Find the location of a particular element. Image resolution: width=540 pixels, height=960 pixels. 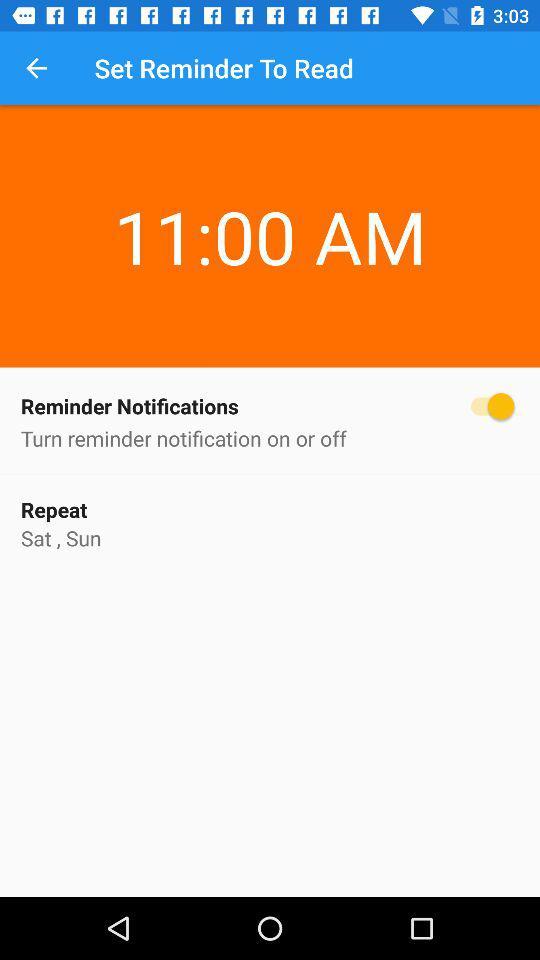

the reminder notifications icon is located at coordinates (270, 405).